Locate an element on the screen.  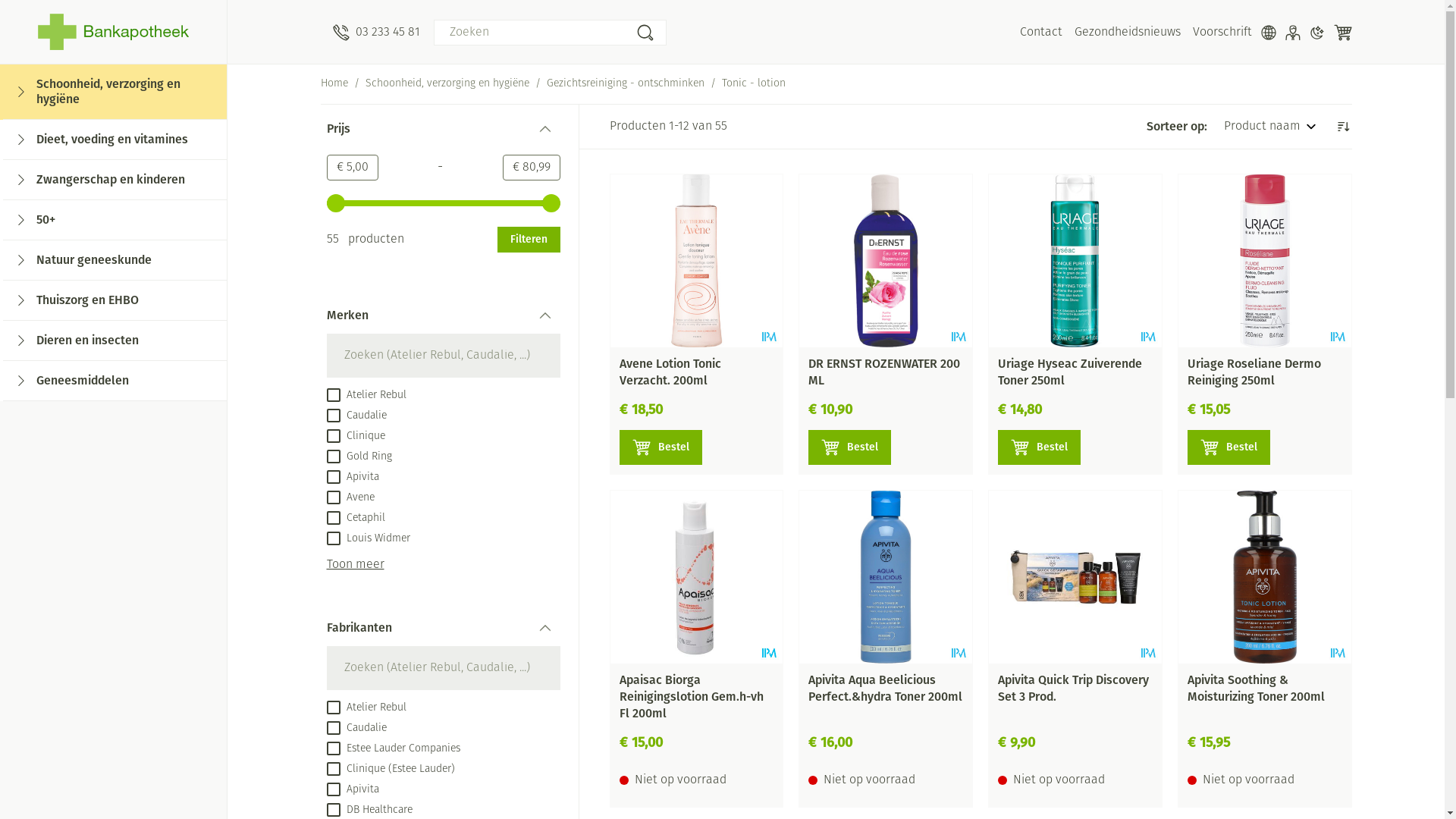
'Clinique (Estee Lauder)' is located at coordinates (390, 769).